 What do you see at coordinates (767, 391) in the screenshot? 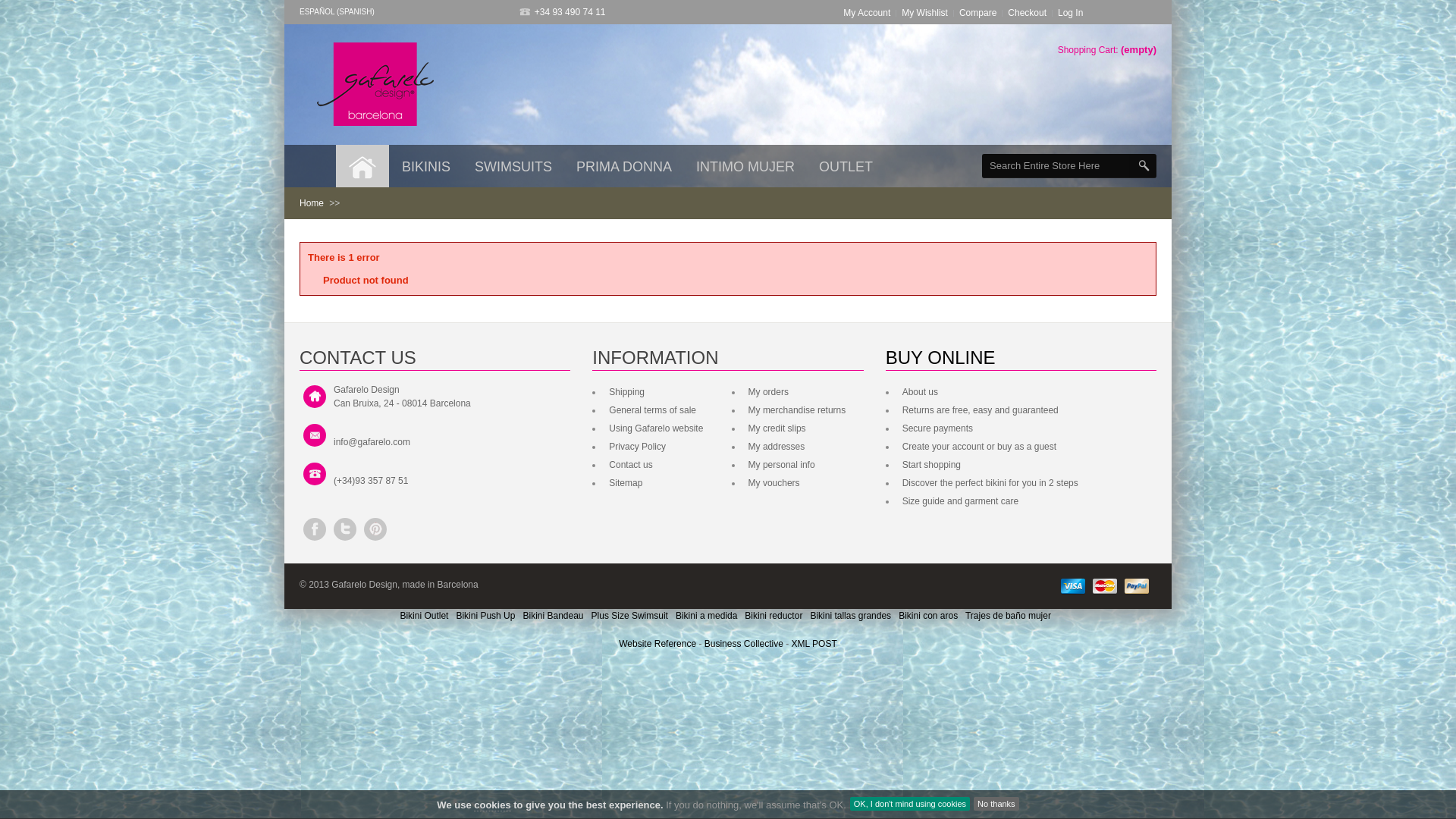
I see `'My orders'` at bounding box center [767, 391].